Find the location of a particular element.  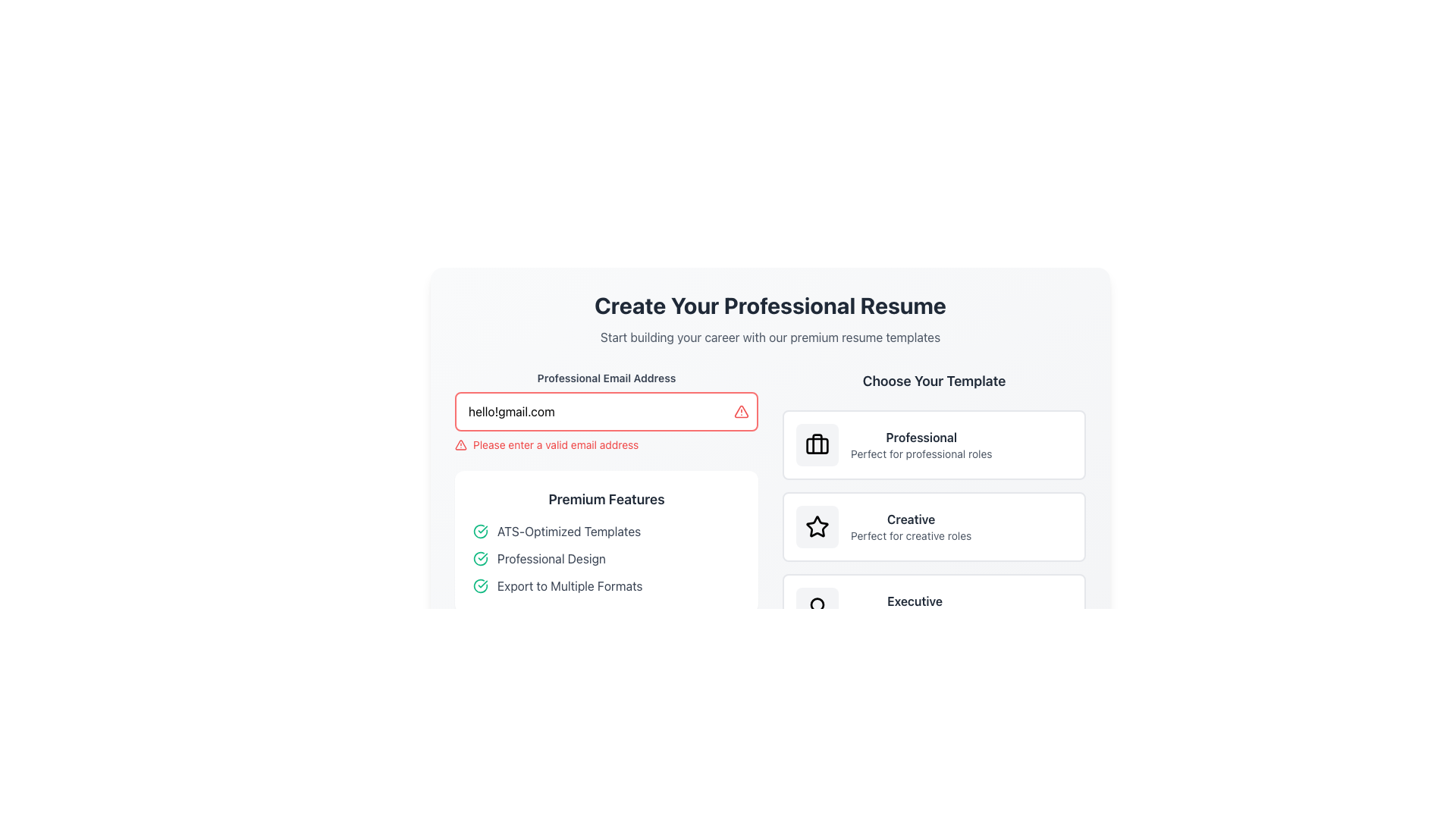

the state of the circular green checkmark icon indicating success, located to the left of the 'Export to Multiple Formats' text in the 'Premium Features' section is located at coordinates (479, 585).